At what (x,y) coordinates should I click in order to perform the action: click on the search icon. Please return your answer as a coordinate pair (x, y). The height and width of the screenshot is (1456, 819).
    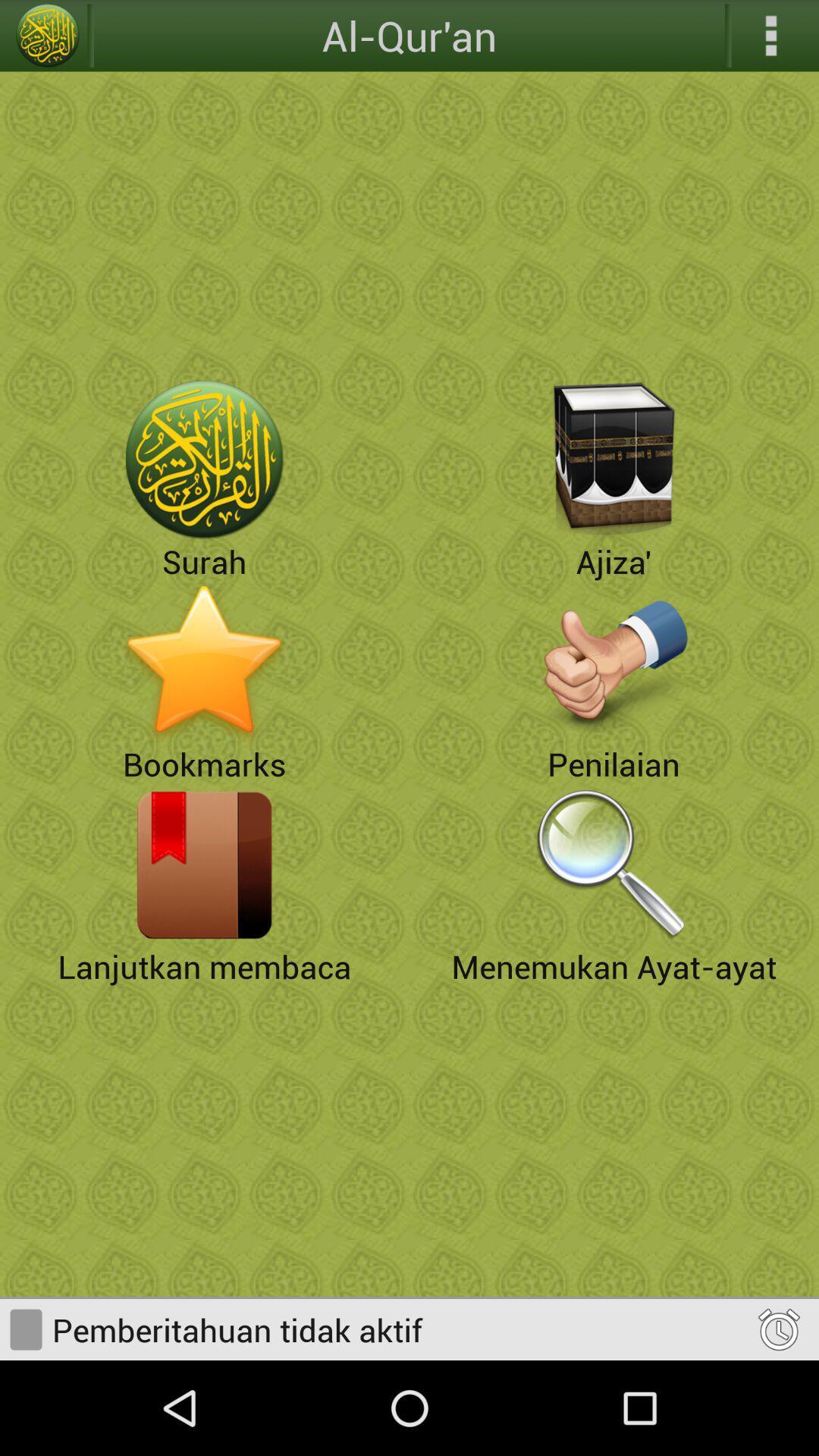
    Looking at the image, I should click on (614, 924).